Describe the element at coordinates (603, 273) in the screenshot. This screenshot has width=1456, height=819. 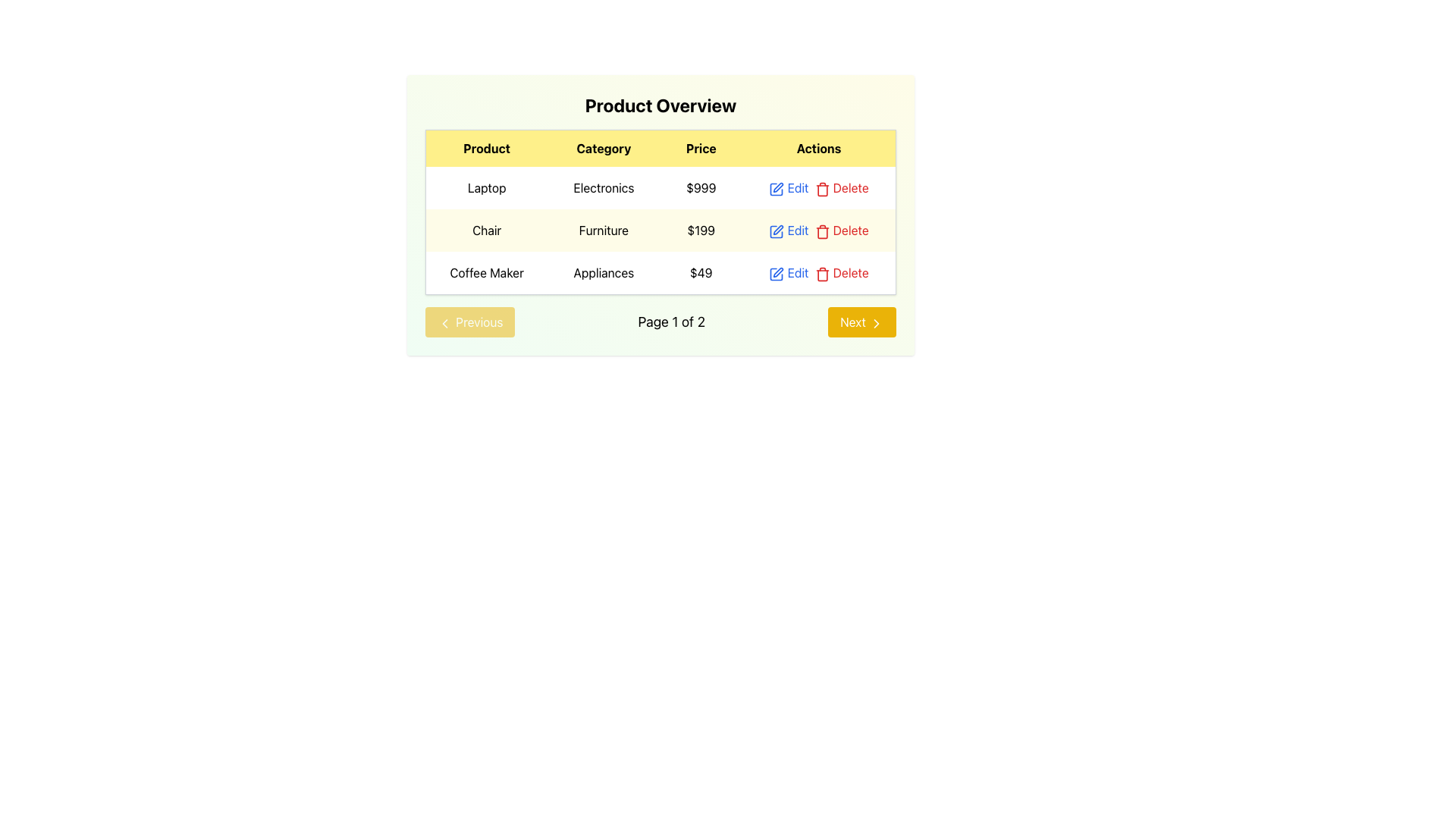
I see `the text label indicating the category of the product in the third row of the table, located between the 'Coffee Maker' and '$49' cells` at that location.